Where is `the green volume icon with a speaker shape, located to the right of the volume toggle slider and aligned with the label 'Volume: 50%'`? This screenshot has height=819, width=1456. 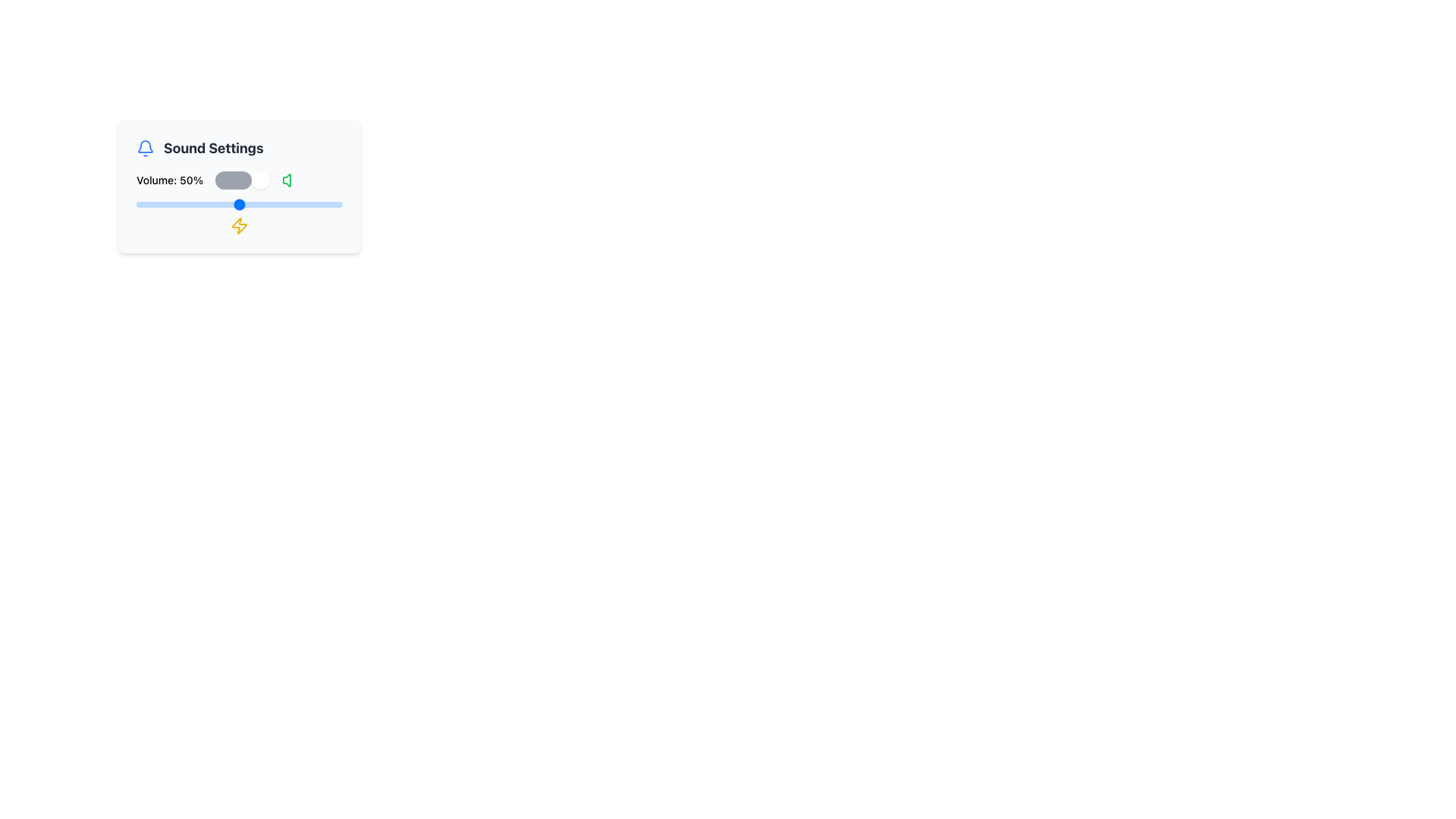
the green volume icon with a speaker shape, located to the right of the volume toggle slider and aligned with the label 'Volume: 50%' is located at coordinates (291, 180).